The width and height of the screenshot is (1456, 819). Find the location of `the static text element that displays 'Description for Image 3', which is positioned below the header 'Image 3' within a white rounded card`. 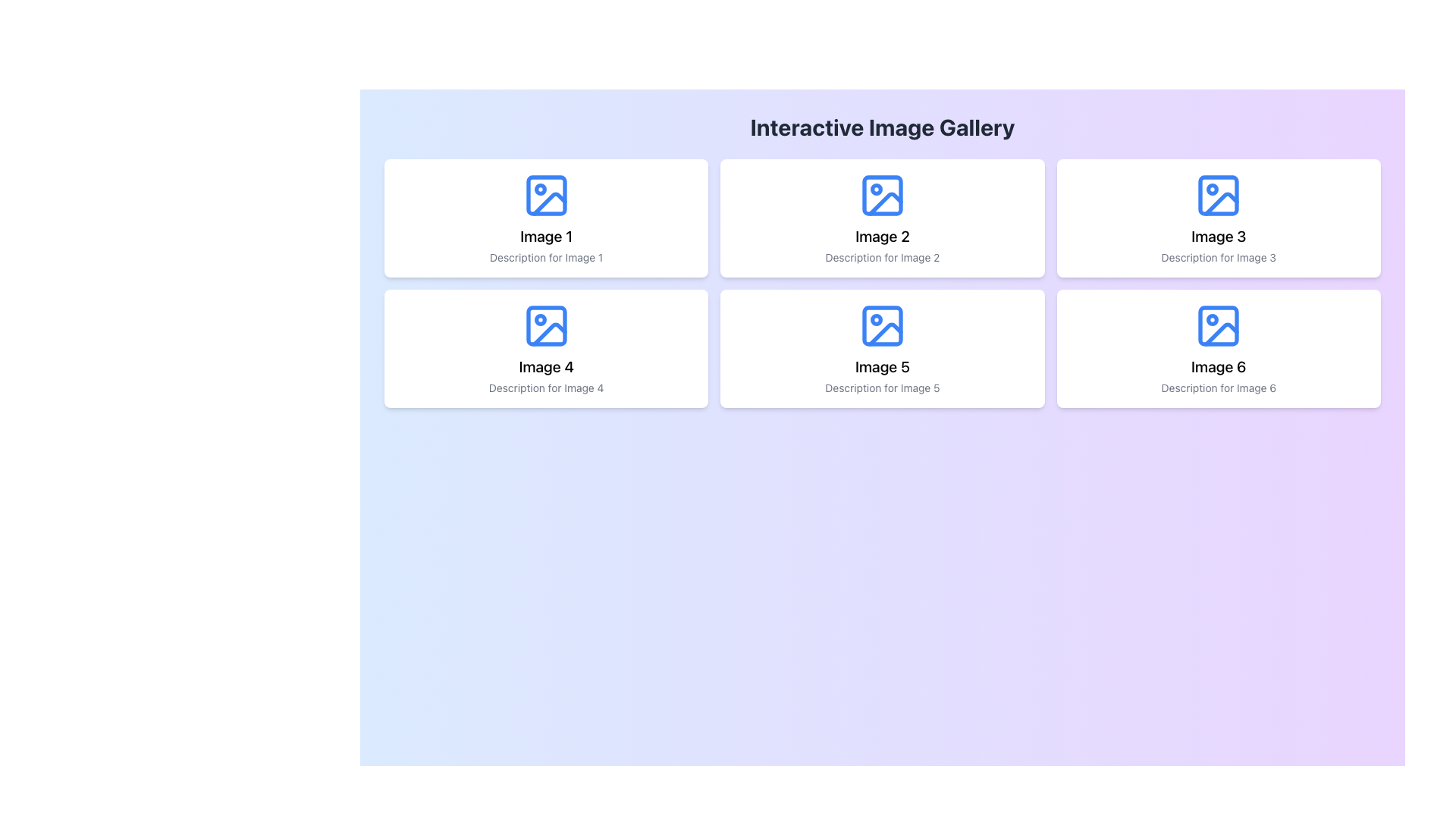

the static text element that displays 'Description for Image 3', which is positioned below the header 'Image 3' within a white rounded card is located at coordinates (1219, 256).